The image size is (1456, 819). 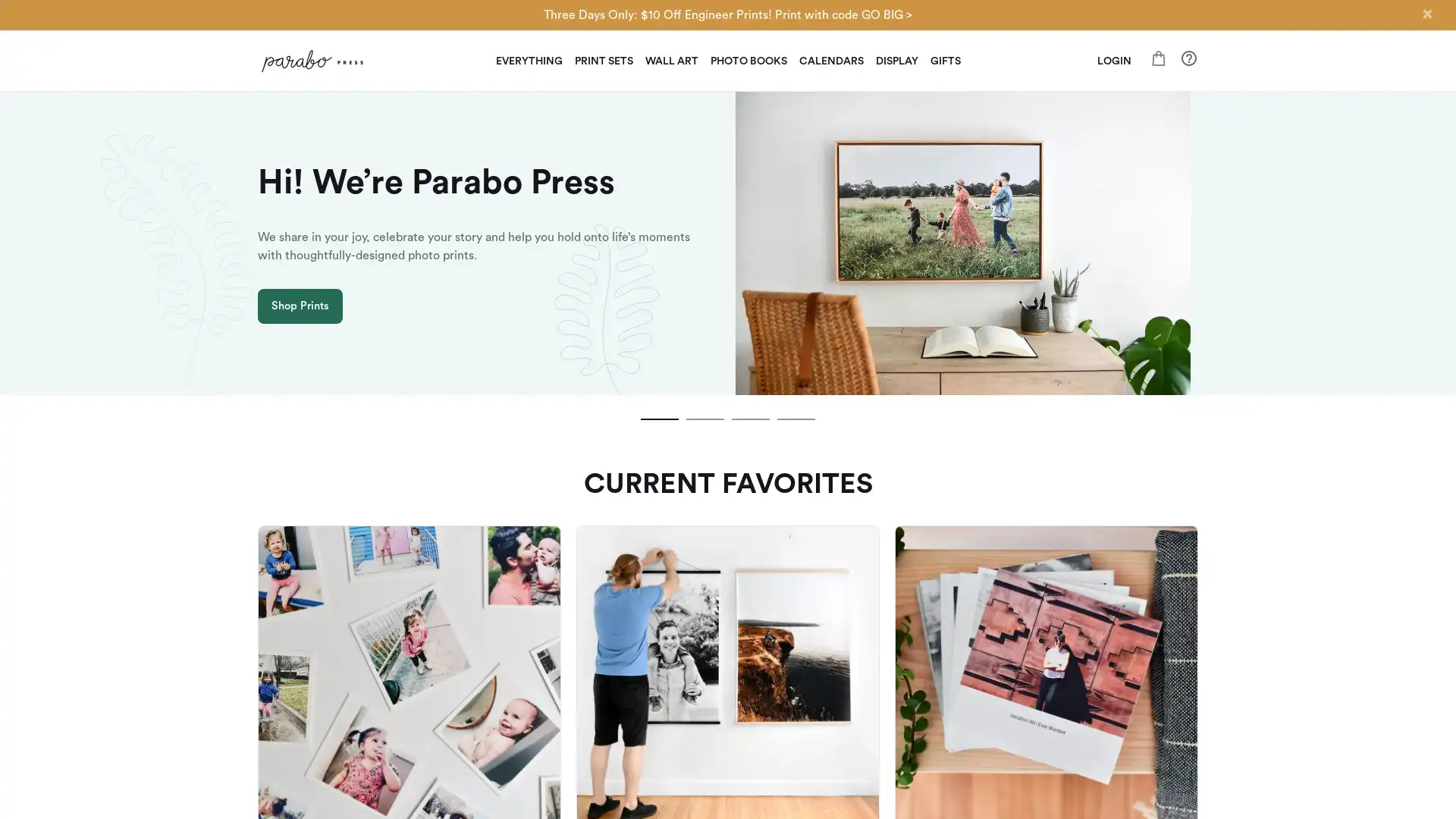 I want to click on slide dot, so click(x=750, y=419).